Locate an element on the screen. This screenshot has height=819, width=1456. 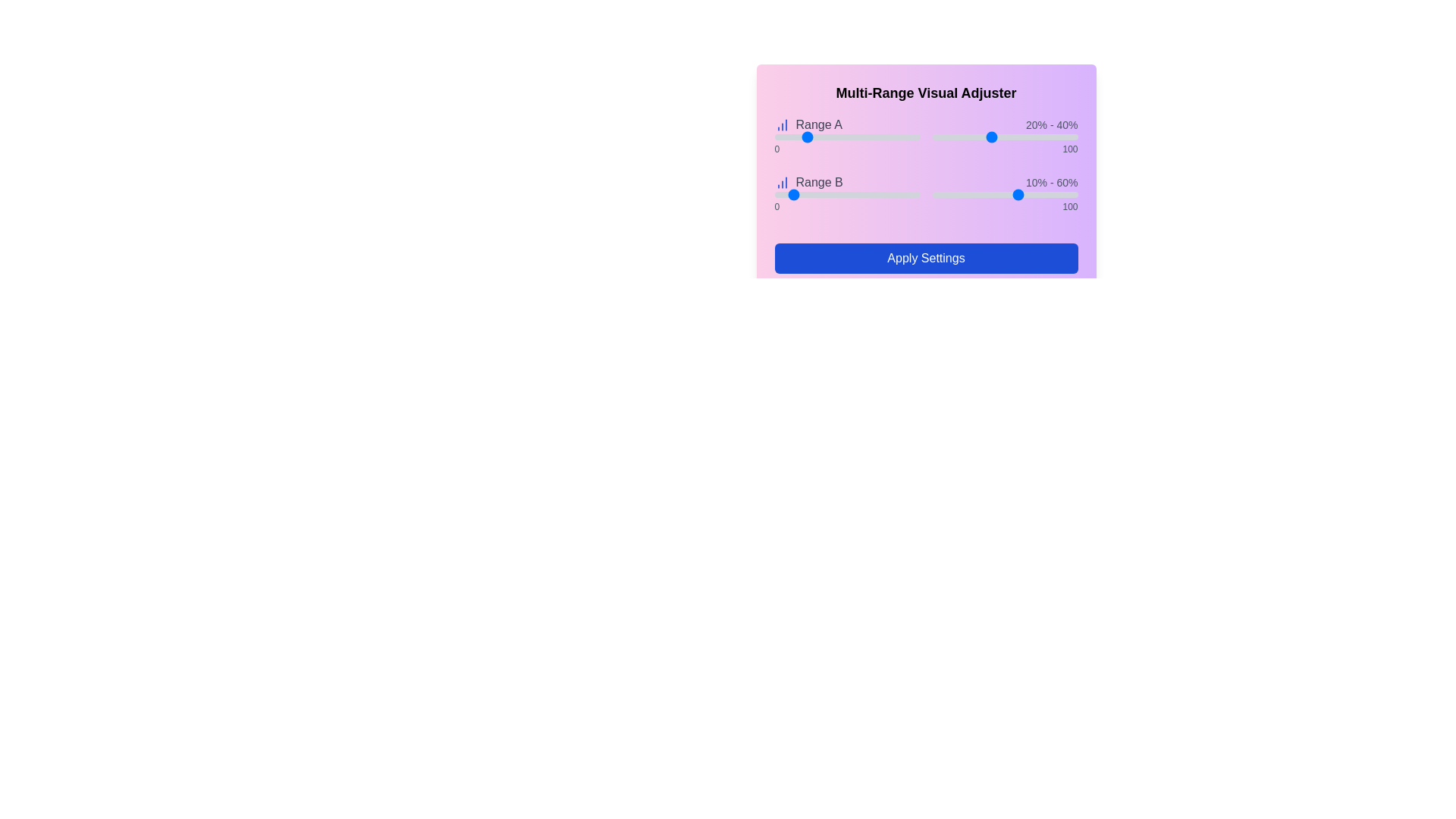
the slider is located at coordinates (1056, 137).